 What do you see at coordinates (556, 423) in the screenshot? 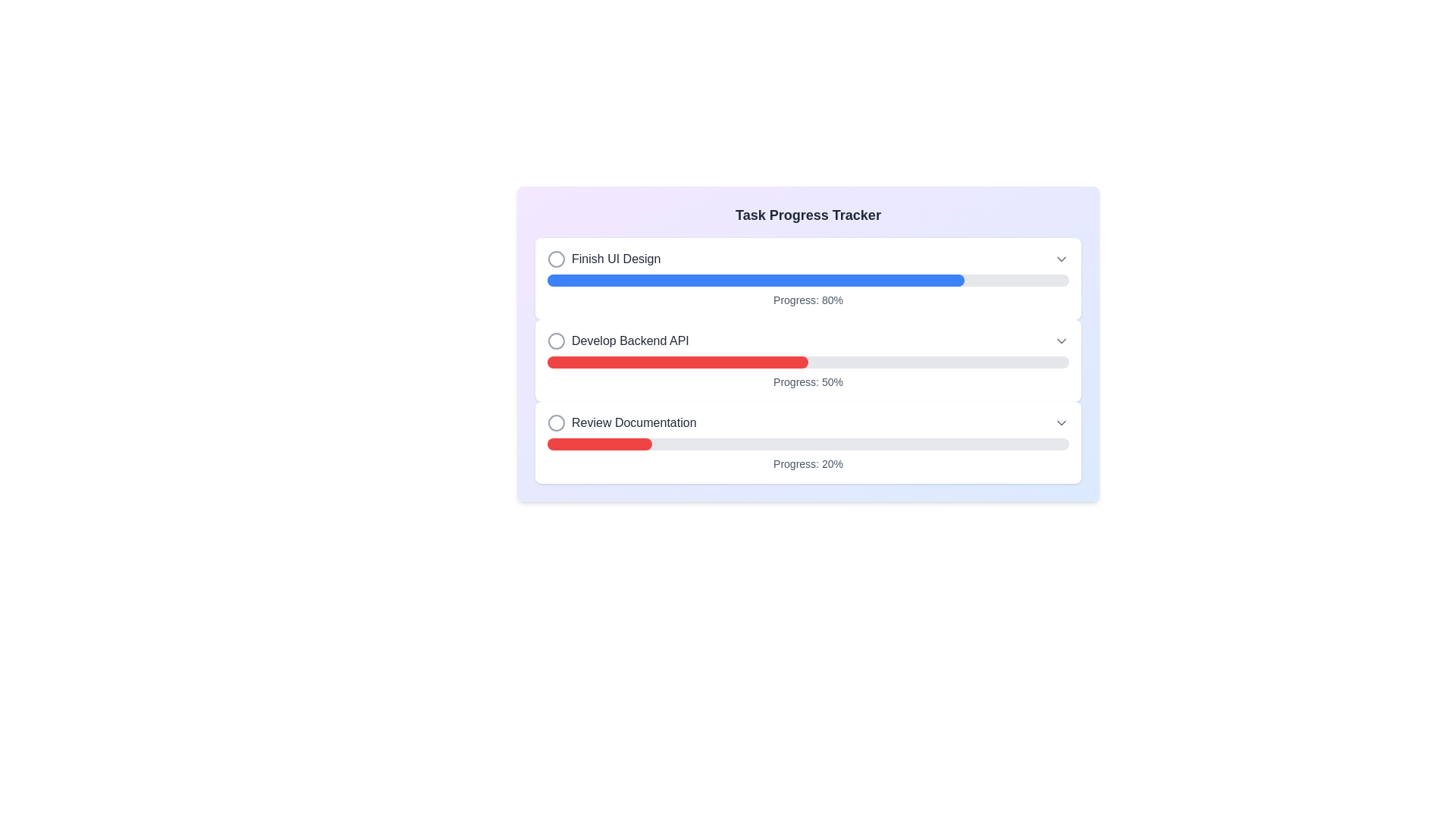
I see `the gray stroke circular outline icon located to the left of the text 'Review Documentation'` at bounding box center [556, 423].